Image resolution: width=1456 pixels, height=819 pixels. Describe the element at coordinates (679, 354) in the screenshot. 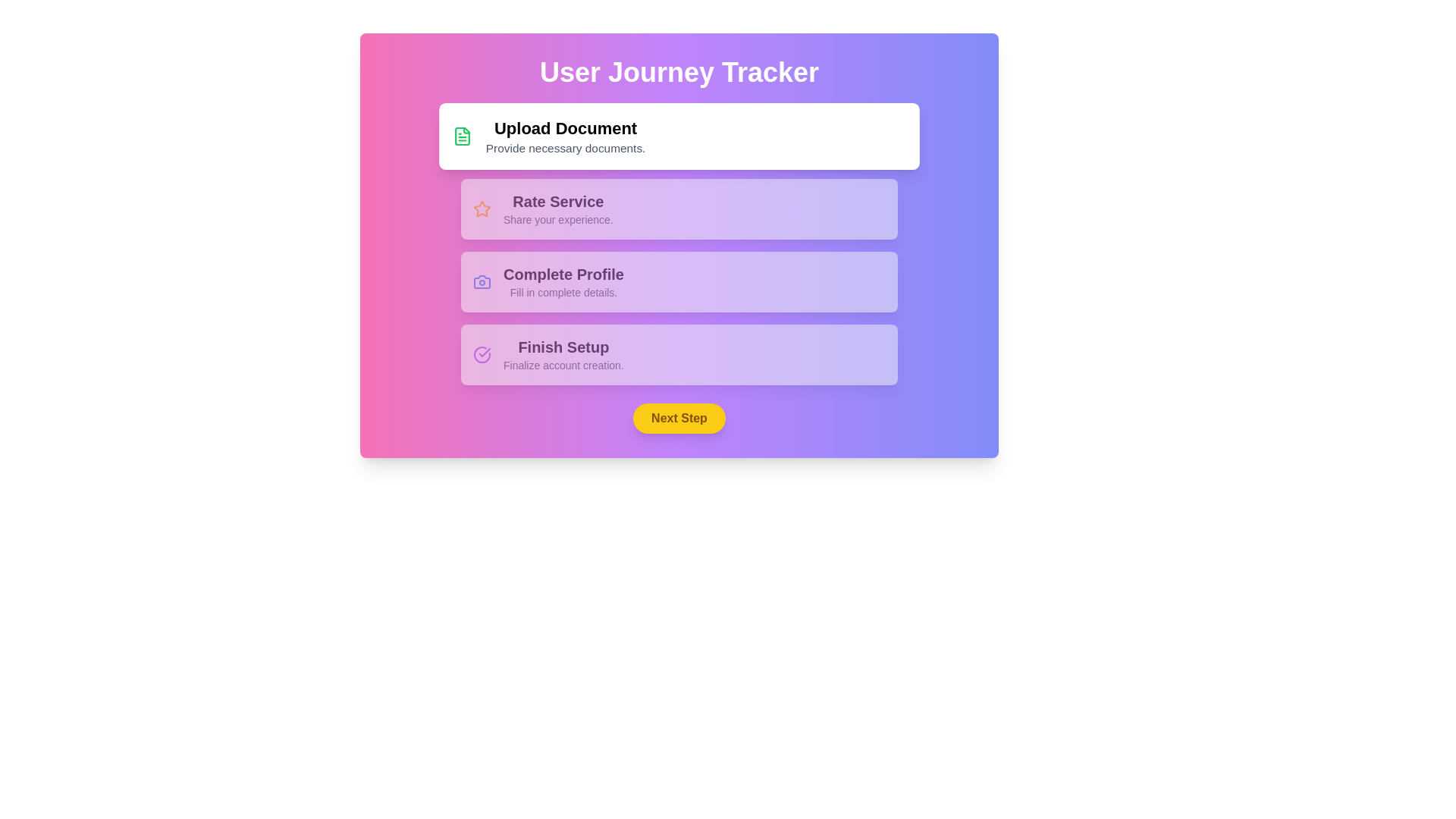

I see `information presented in the fourth card located at the bottom of the content section, which serves as the final step prompting the user to complete setting up their account` at that location.